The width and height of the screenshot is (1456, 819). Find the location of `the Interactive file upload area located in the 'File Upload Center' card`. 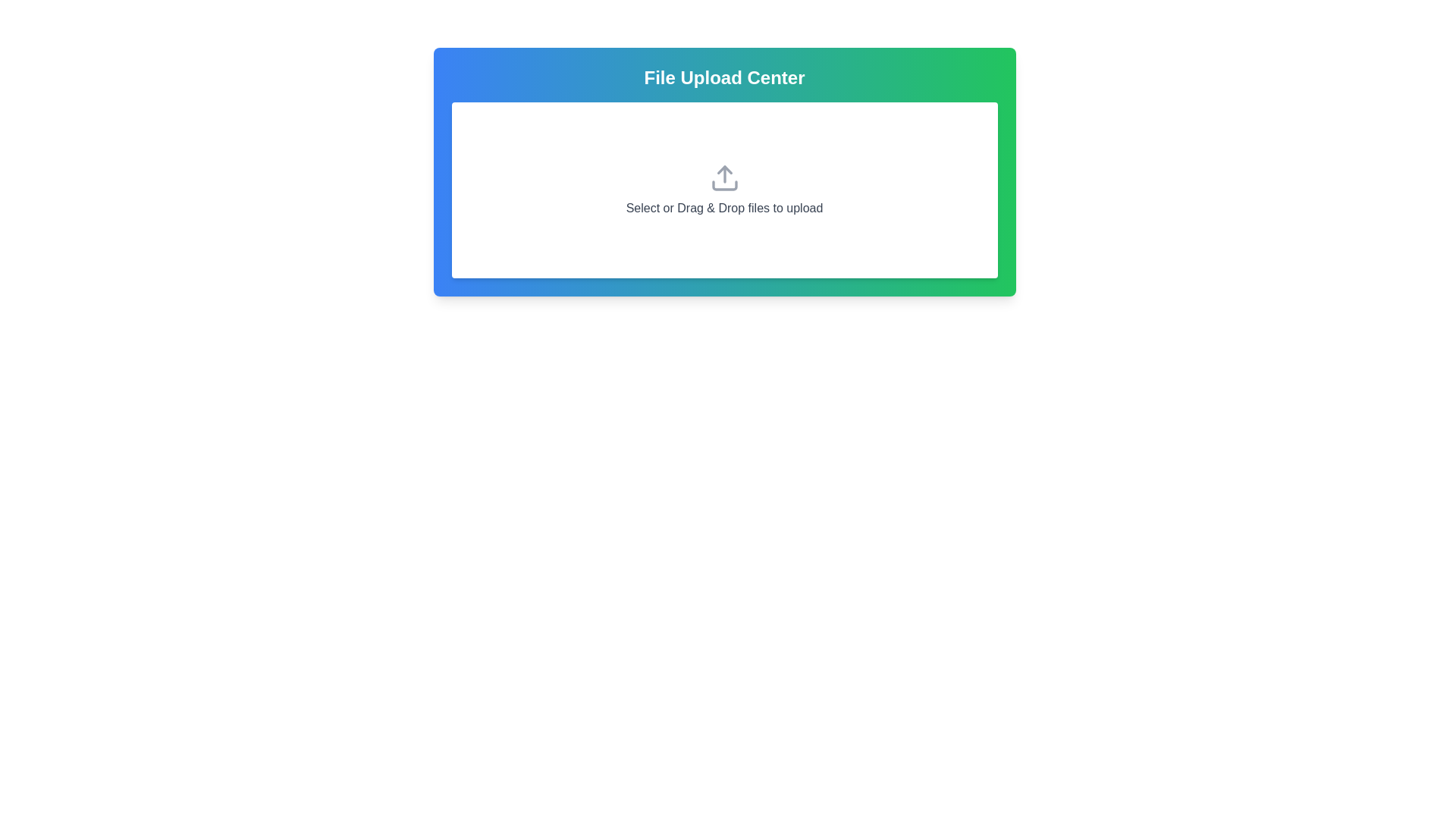

the Interactive file upload area located in the 'File Upload Center' card is located at coordinates (723, 189).